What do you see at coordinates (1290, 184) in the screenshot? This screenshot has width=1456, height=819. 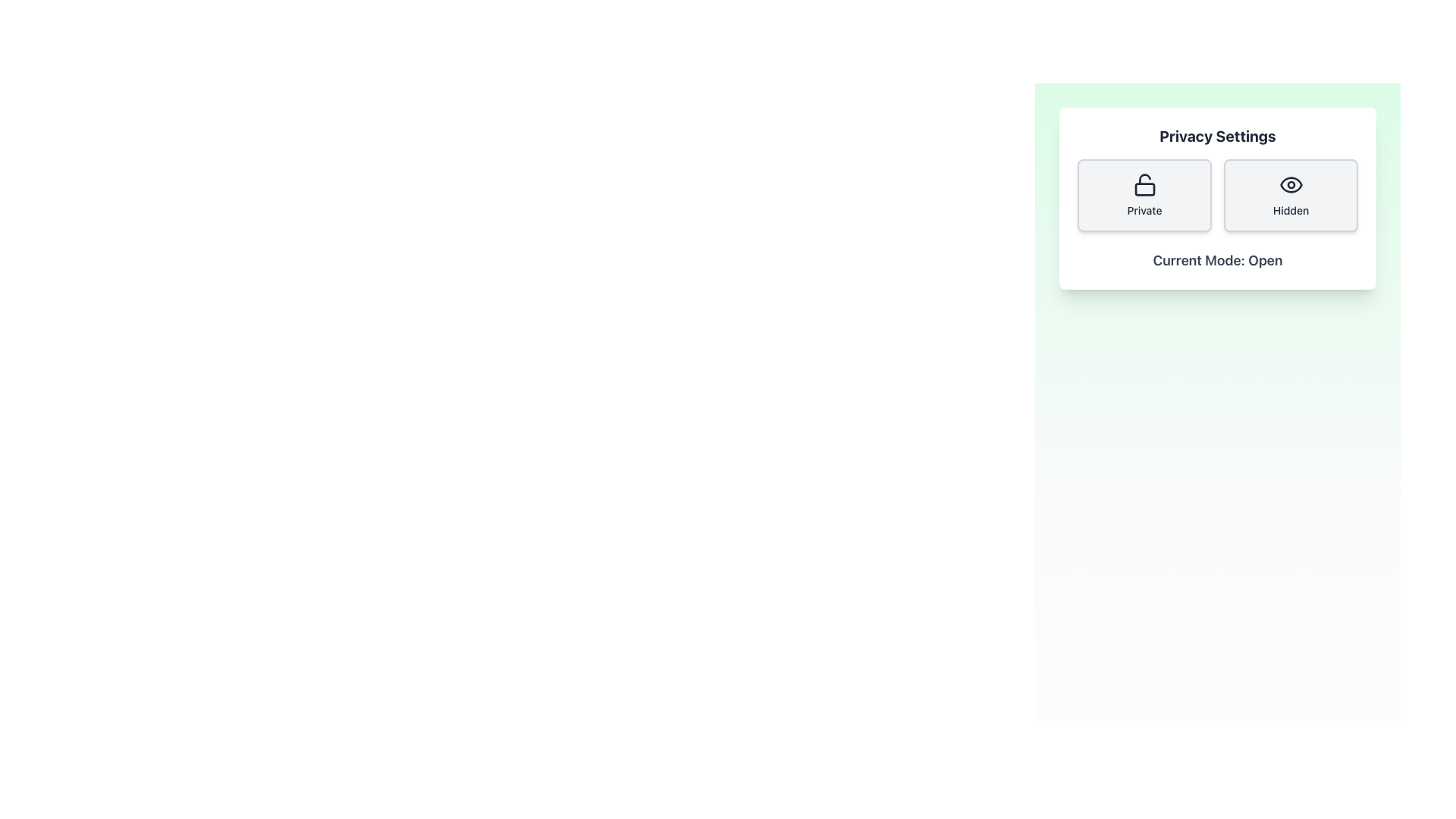 I see `the eye icon in the privacy settings panel` at bounding box center [1290, 184].